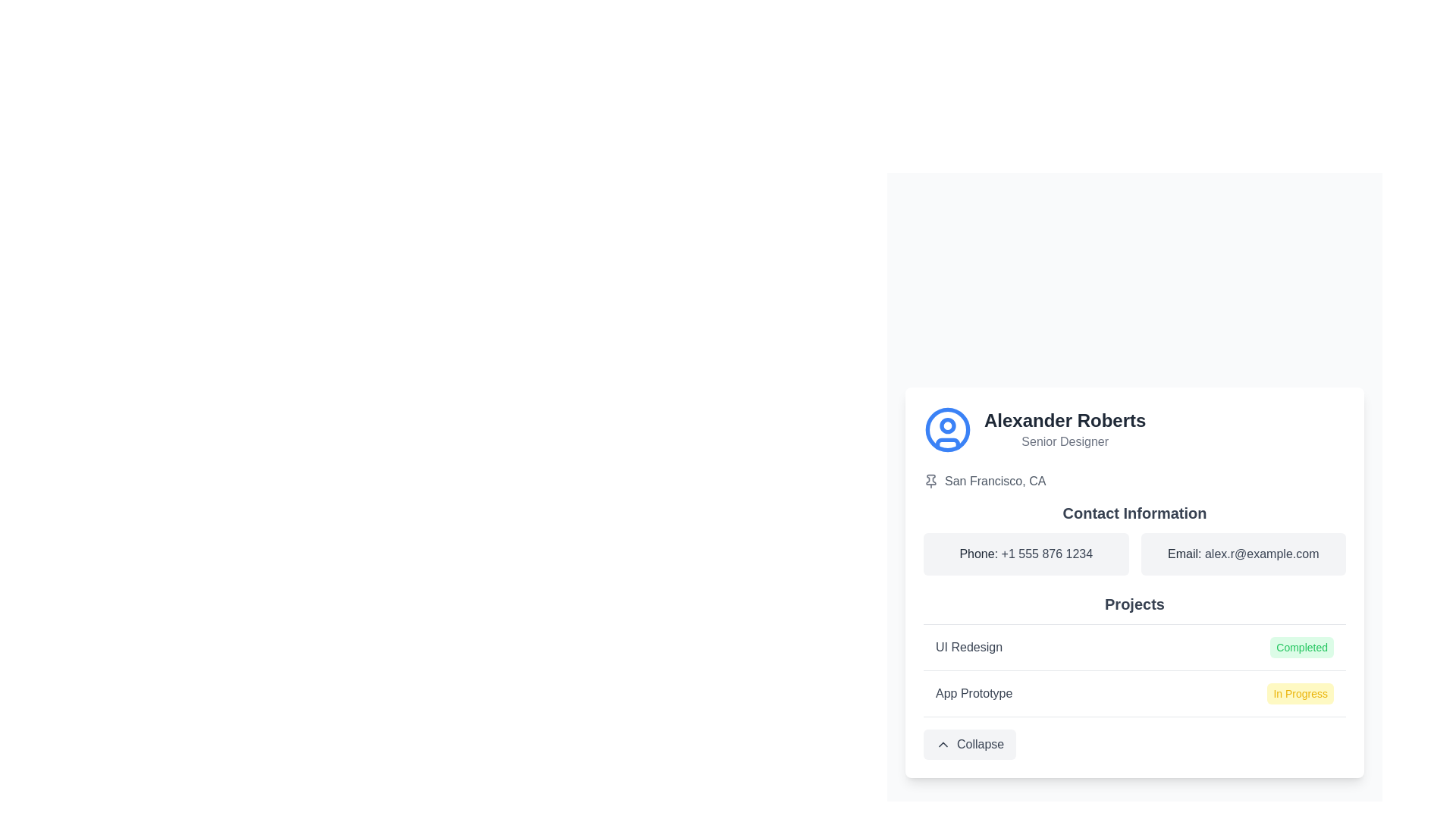  What do you see at coordinates (946, 429) in the screenshot?
I see `the blue circular user profile icon located to the left of the text 'Alexander Roberts' and 'Senior Designer'` at bounding box center [946, 429].